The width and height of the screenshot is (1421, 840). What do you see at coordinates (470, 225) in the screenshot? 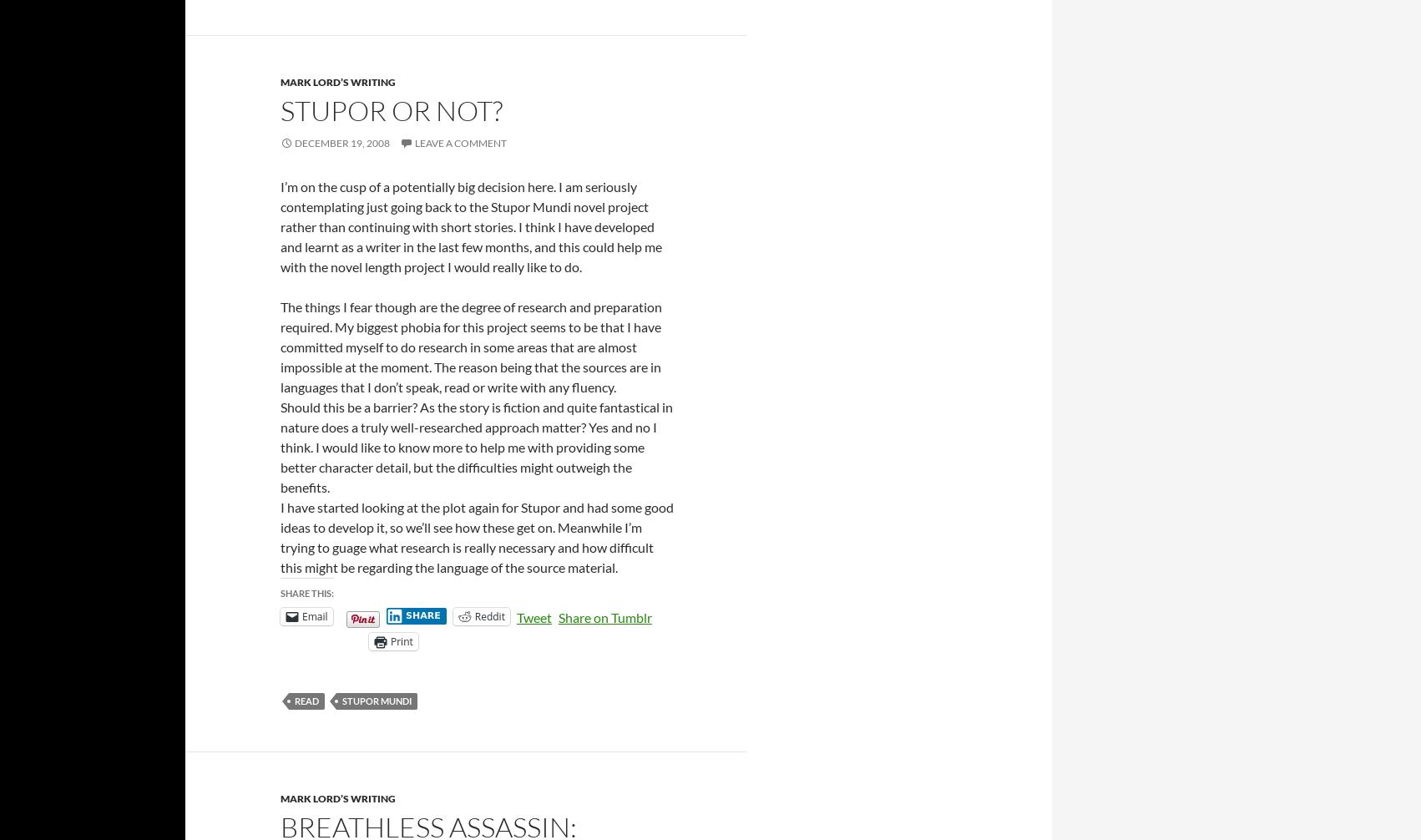
I see `'I’m on the cusp of a potentially big decision here. I am seriously contemplating just going back to the Stupor Mundi novel project rather than continuing with short stories. I think I have developed and learnt as a writer in the last few months, and this could help me with the novel length project I would really like to do.'` at bounding box center [470, 225].